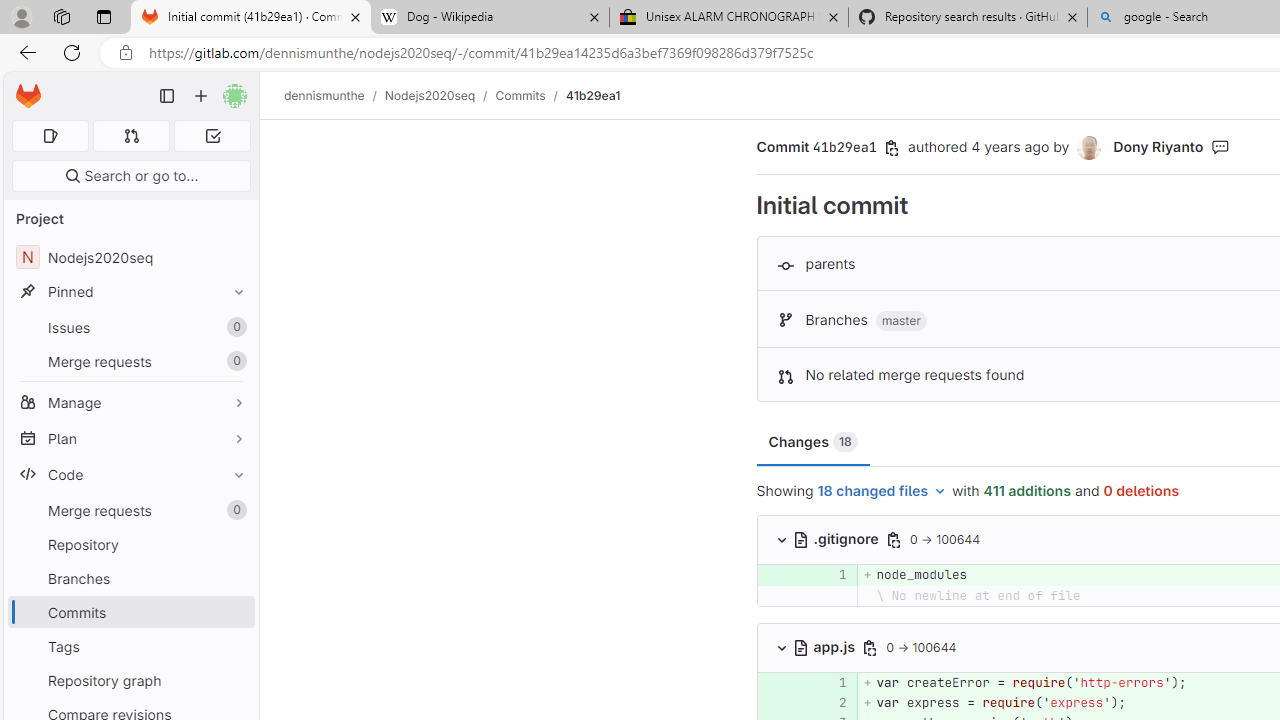  Describe the element at coordinates (829, 701) in the screenshot. I see `'2'` at that location.